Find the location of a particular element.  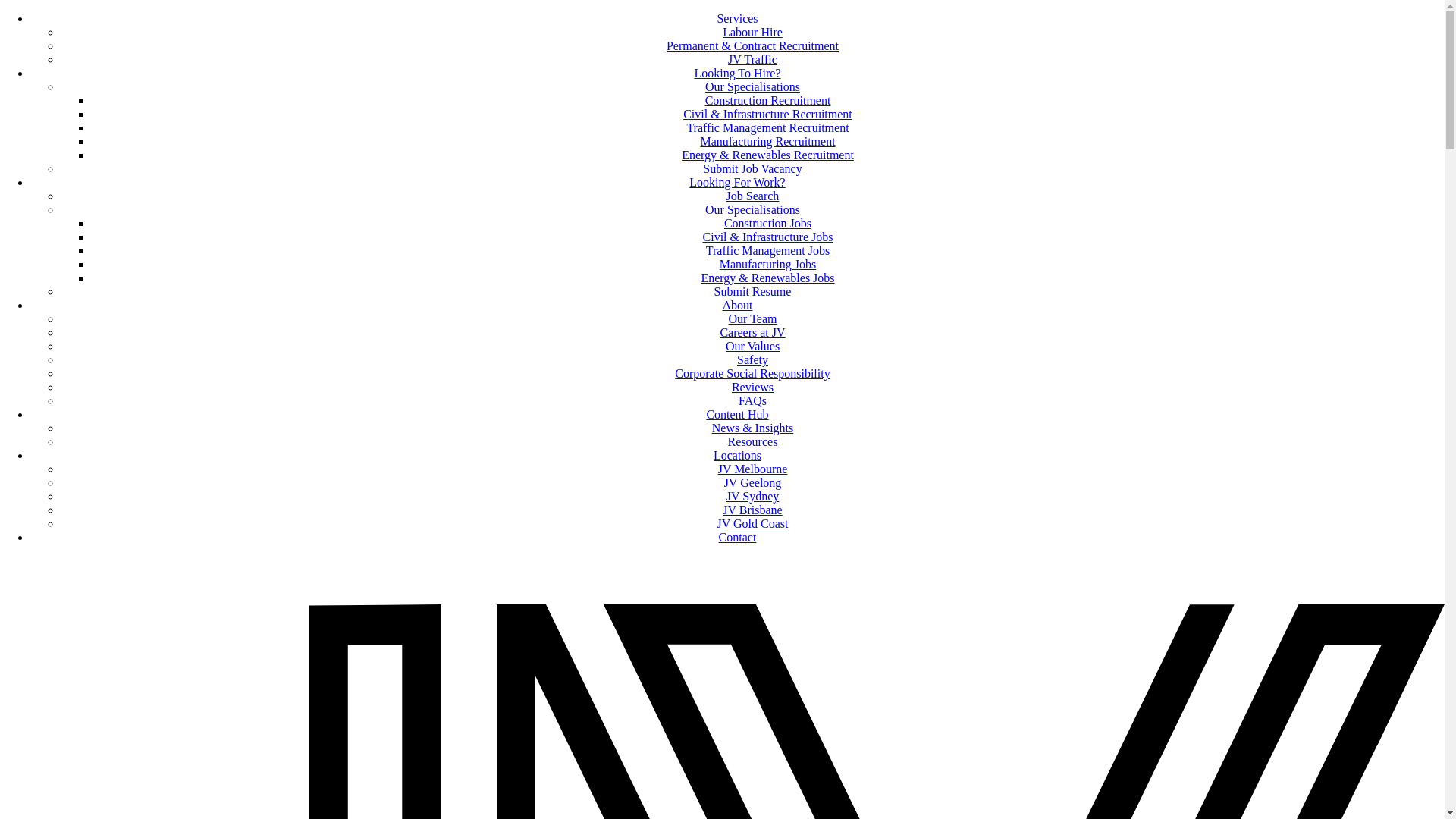

'Civil & Infrastructure Jobs' is located at coordinates (767, 237).